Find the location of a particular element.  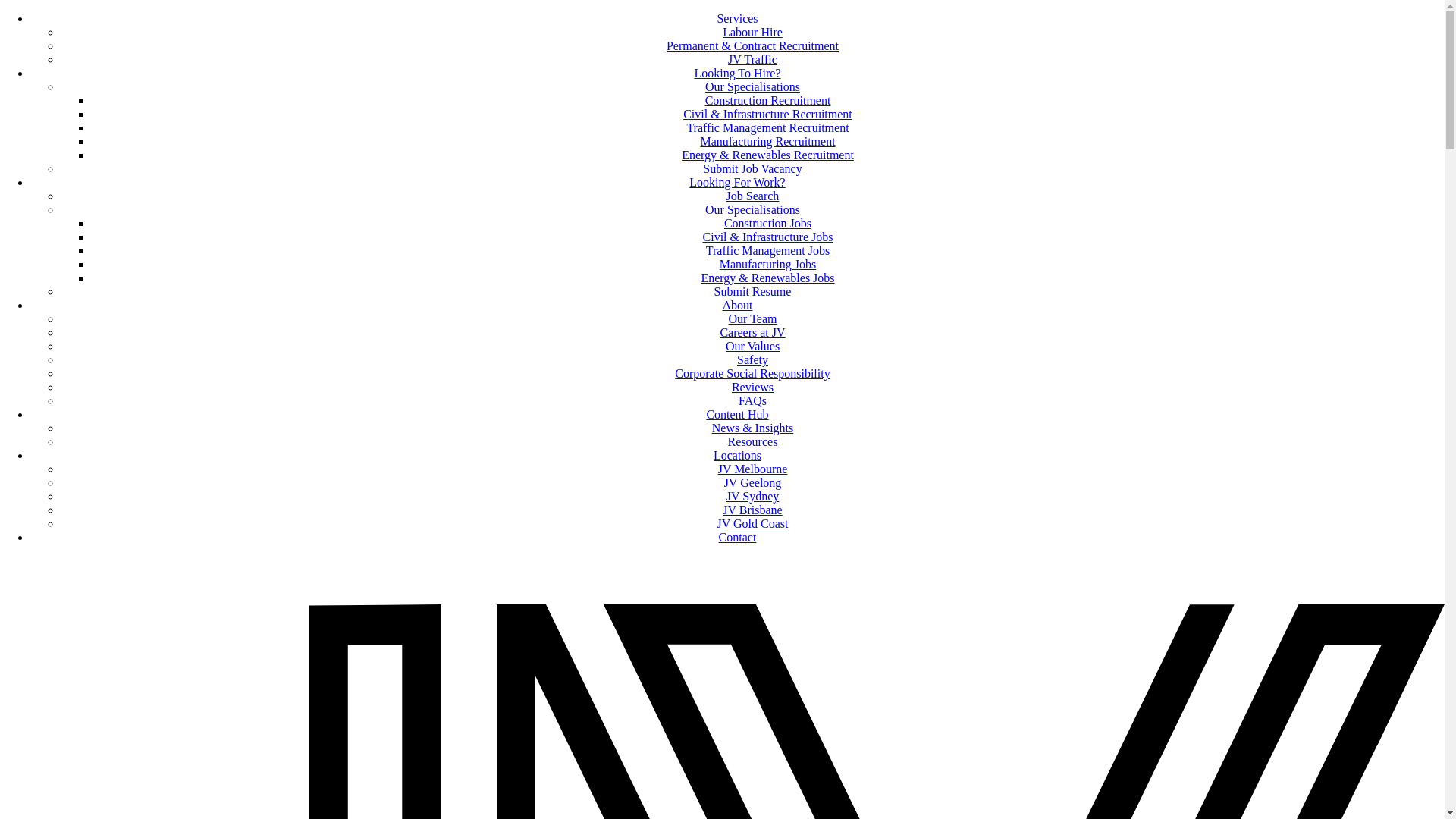

'Civil & Infrastructure Jobs' is located at coordinates (767, 237).